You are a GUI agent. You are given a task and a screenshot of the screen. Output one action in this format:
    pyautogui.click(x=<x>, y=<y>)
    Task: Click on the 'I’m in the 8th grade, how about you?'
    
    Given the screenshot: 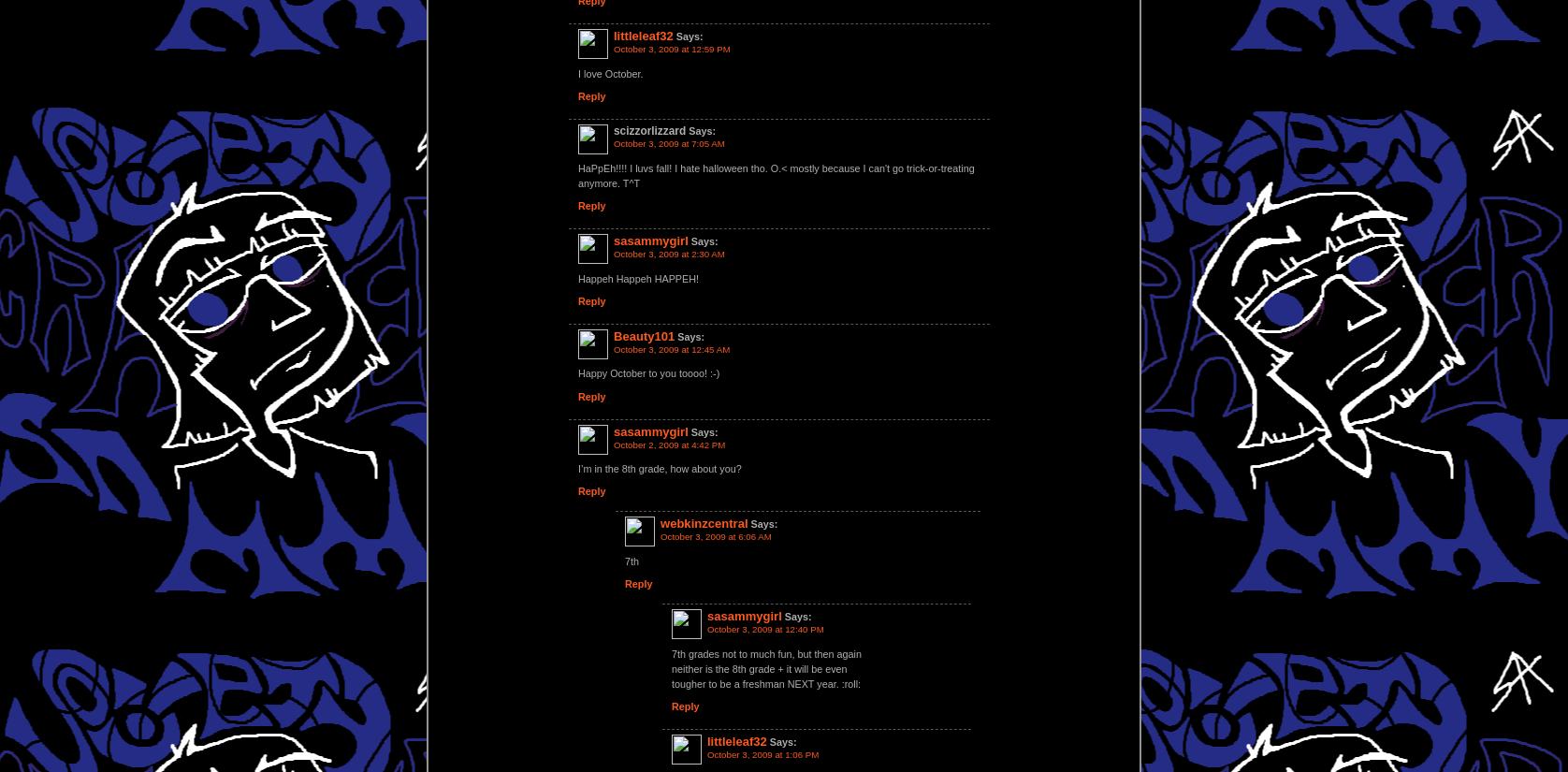 What is the action you would take?
    pyautogui.click(x=658, y=469)
    